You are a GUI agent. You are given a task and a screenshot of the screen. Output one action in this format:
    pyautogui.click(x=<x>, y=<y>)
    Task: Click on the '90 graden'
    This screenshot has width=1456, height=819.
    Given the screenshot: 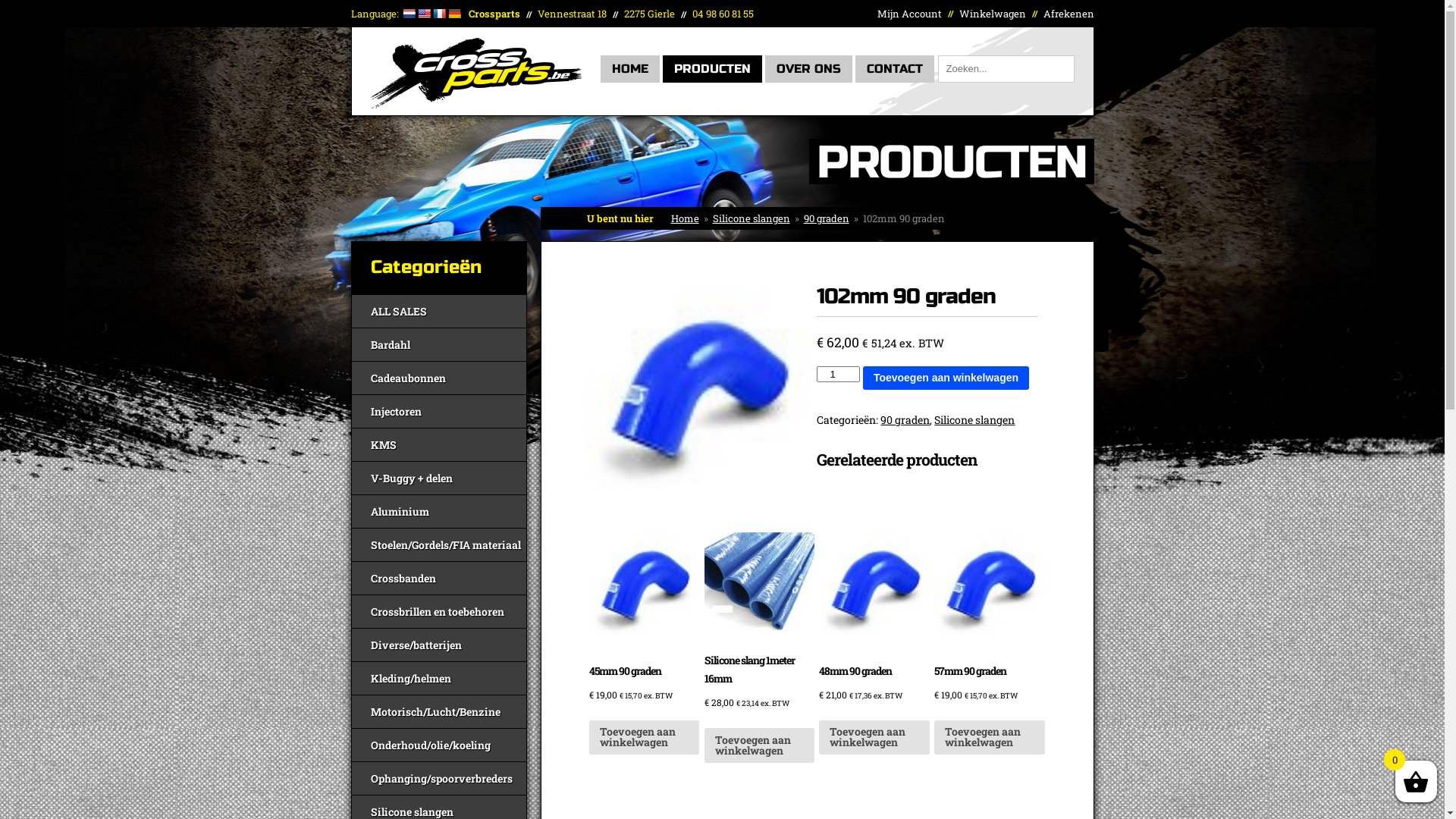 What is the action you would take?
    pyautogui.click(x=825, y=218)
    